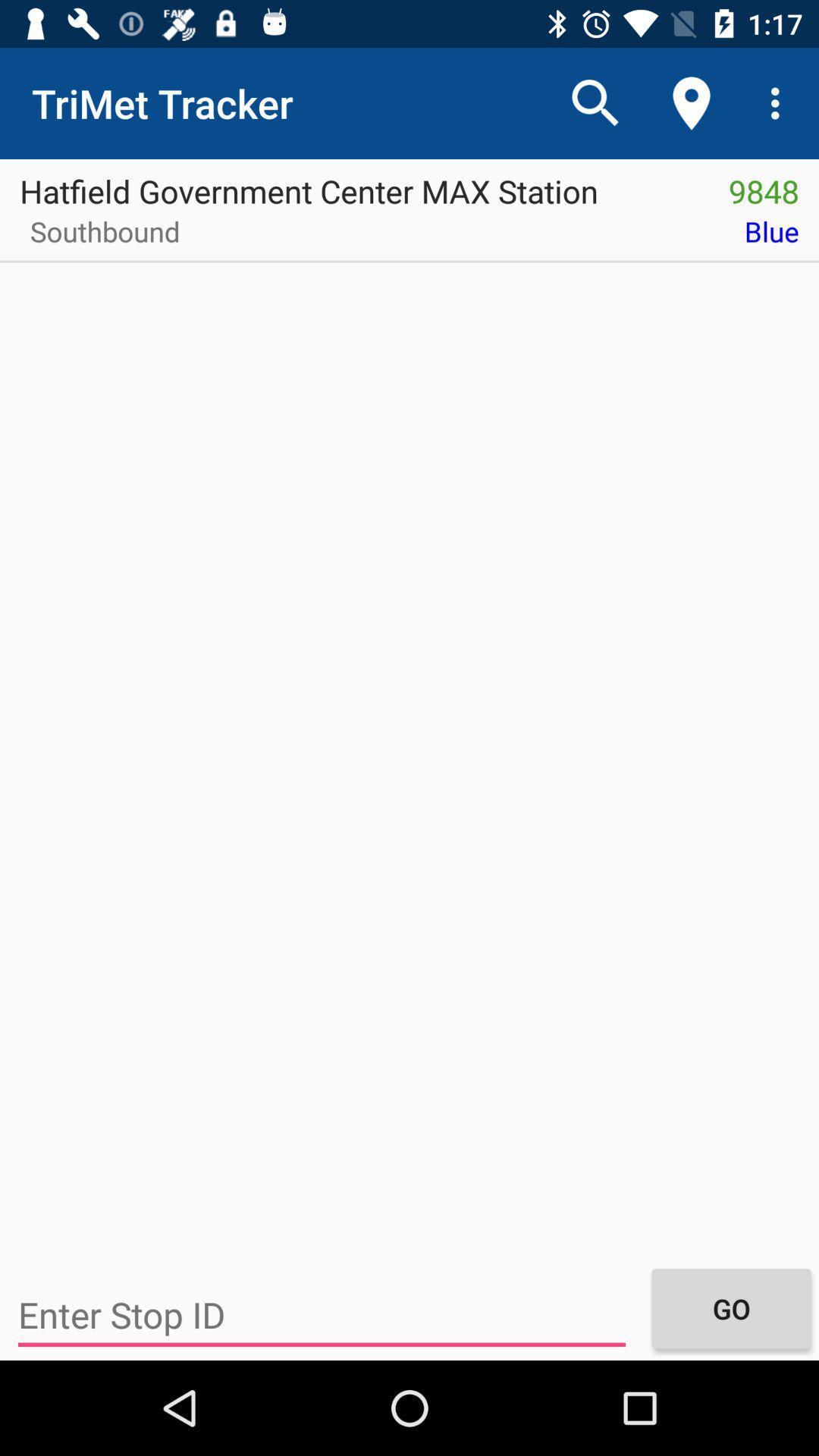 This screenshot has height=1456, width=819. Describe the element at coordinates (354, 185) in the screenshot. I see `the icon above southbound` at that location.